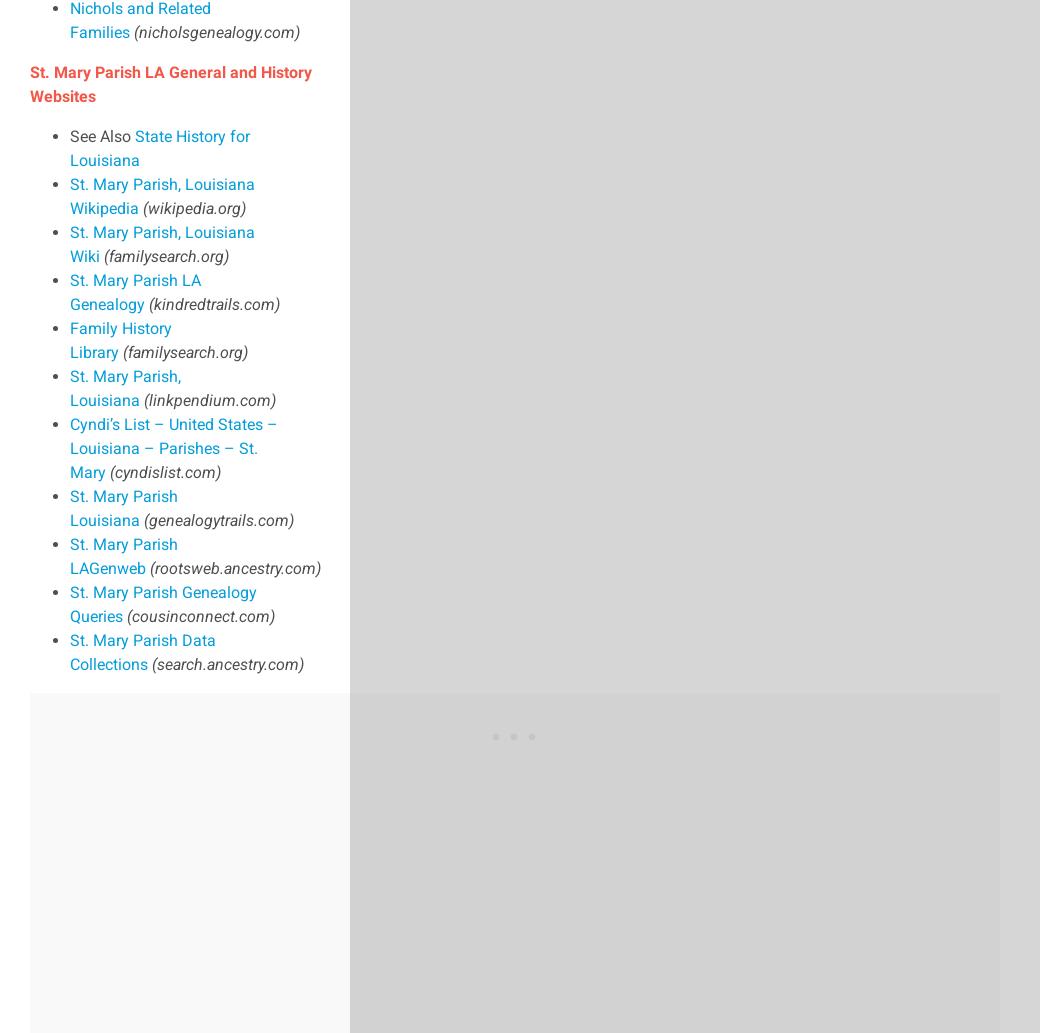  What do you see at coordinates (101, 135) in the screenshot?
I see `'See Also'` at bounding box center [101, 135].